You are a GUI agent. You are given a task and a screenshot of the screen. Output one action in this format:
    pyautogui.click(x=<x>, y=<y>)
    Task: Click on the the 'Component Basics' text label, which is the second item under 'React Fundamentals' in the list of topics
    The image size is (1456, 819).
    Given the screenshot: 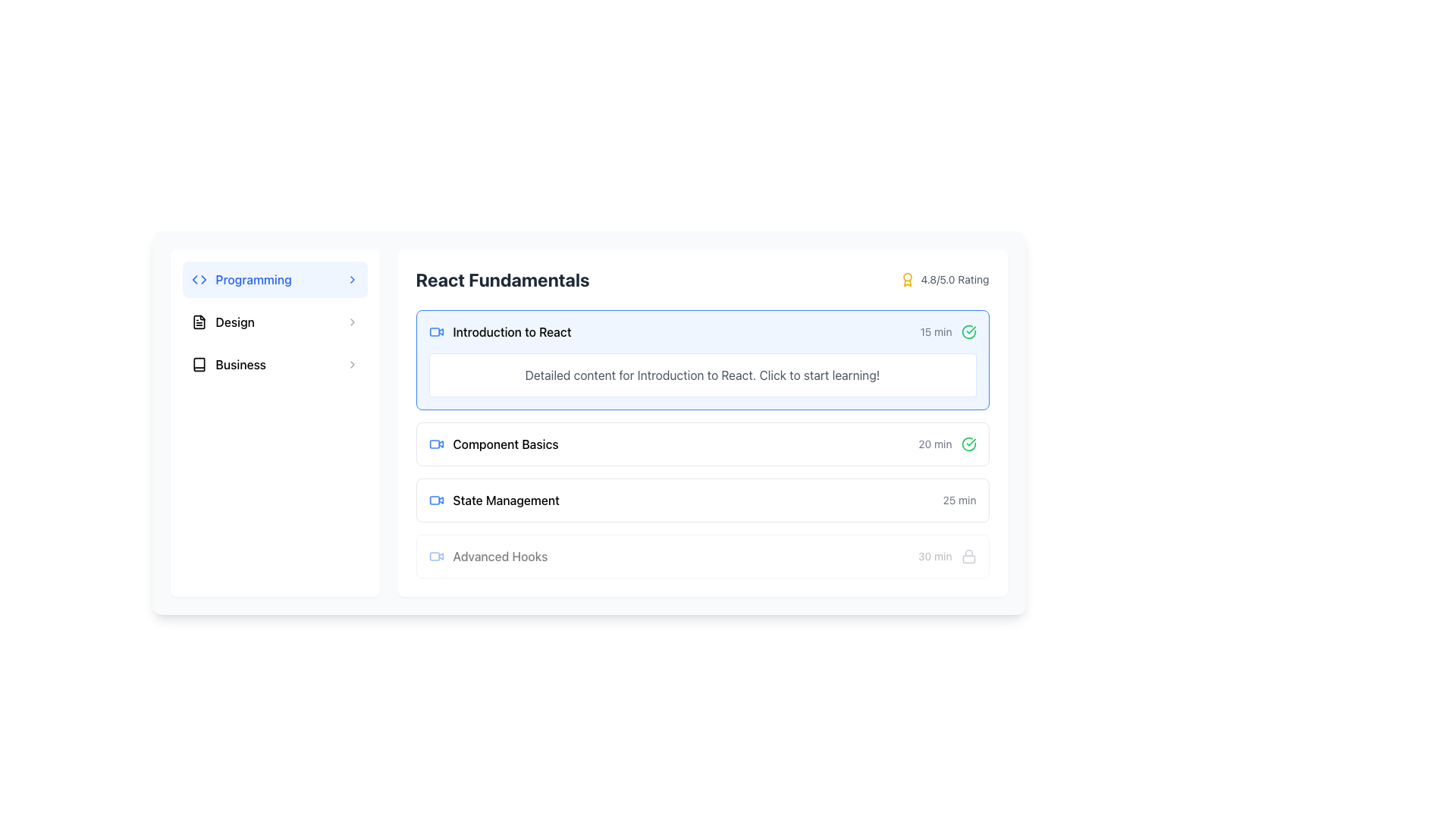 What is the action you would take?
    pyautogui.click(x=506, y=444)
    